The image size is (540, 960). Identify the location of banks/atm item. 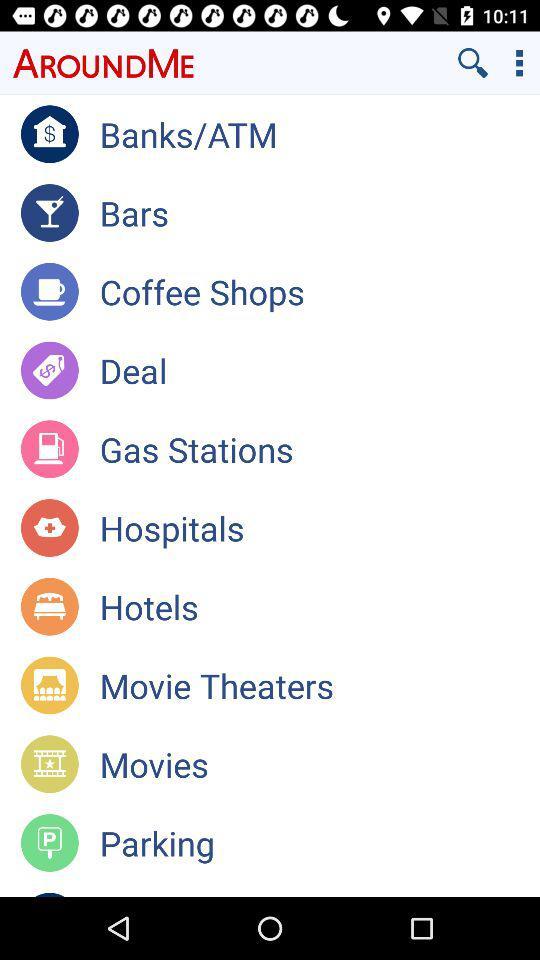
(319, 133).